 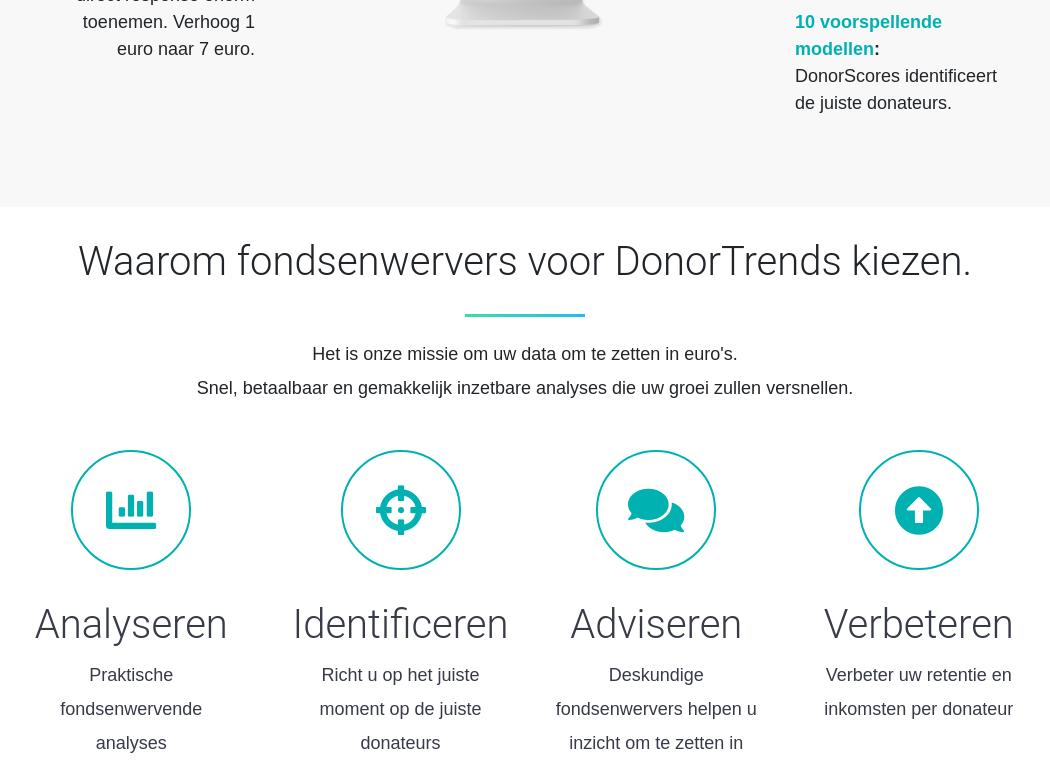 What do you see at coordinates (793, 34) in the screenshot?
I see `'10 voorspellende modellen'` at bounding box center [793, 34].